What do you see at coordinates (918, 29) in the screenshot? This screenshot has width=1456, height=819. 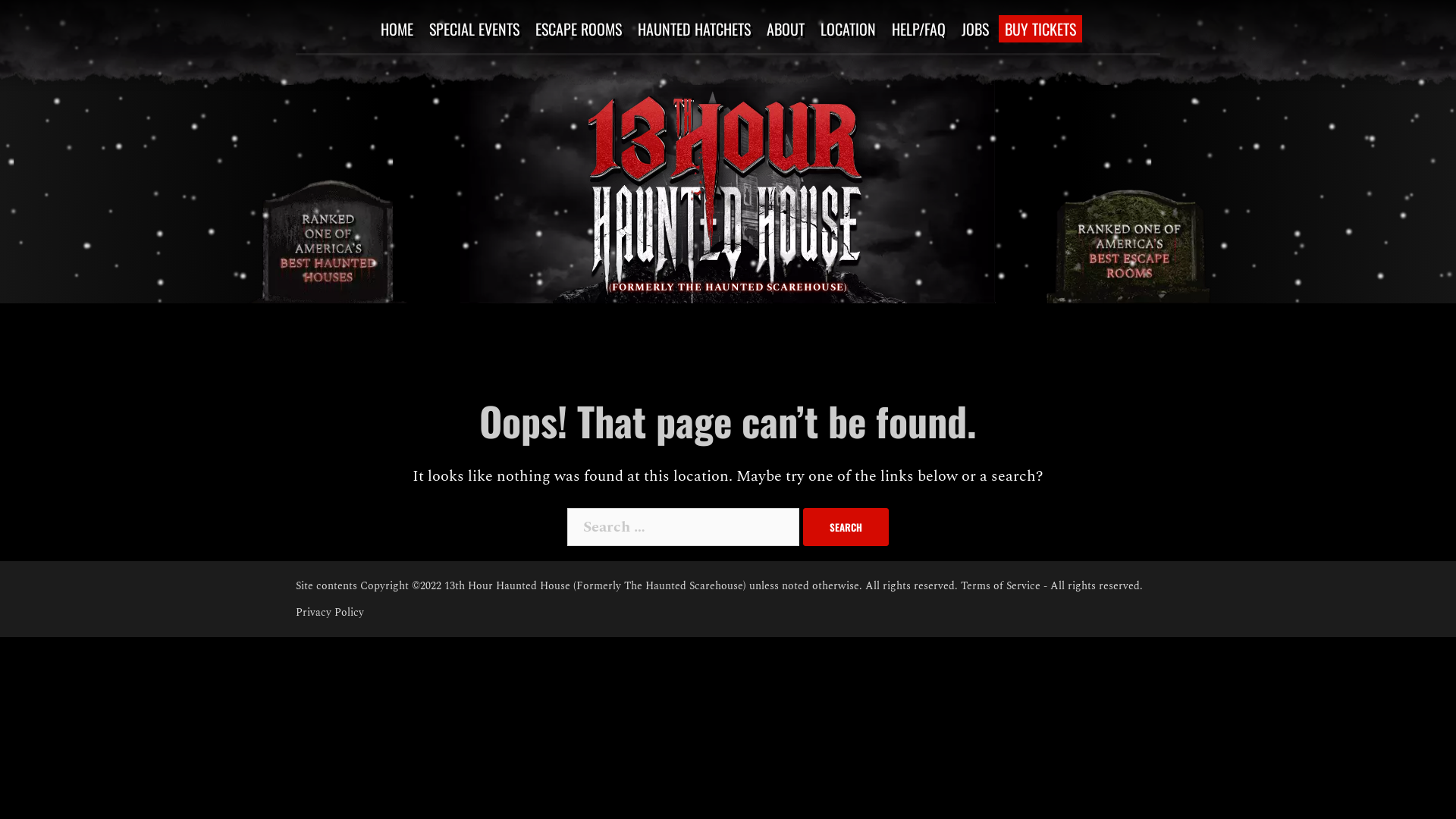 I see `'HELP/FAQ'` at bounding box center [918, 29].